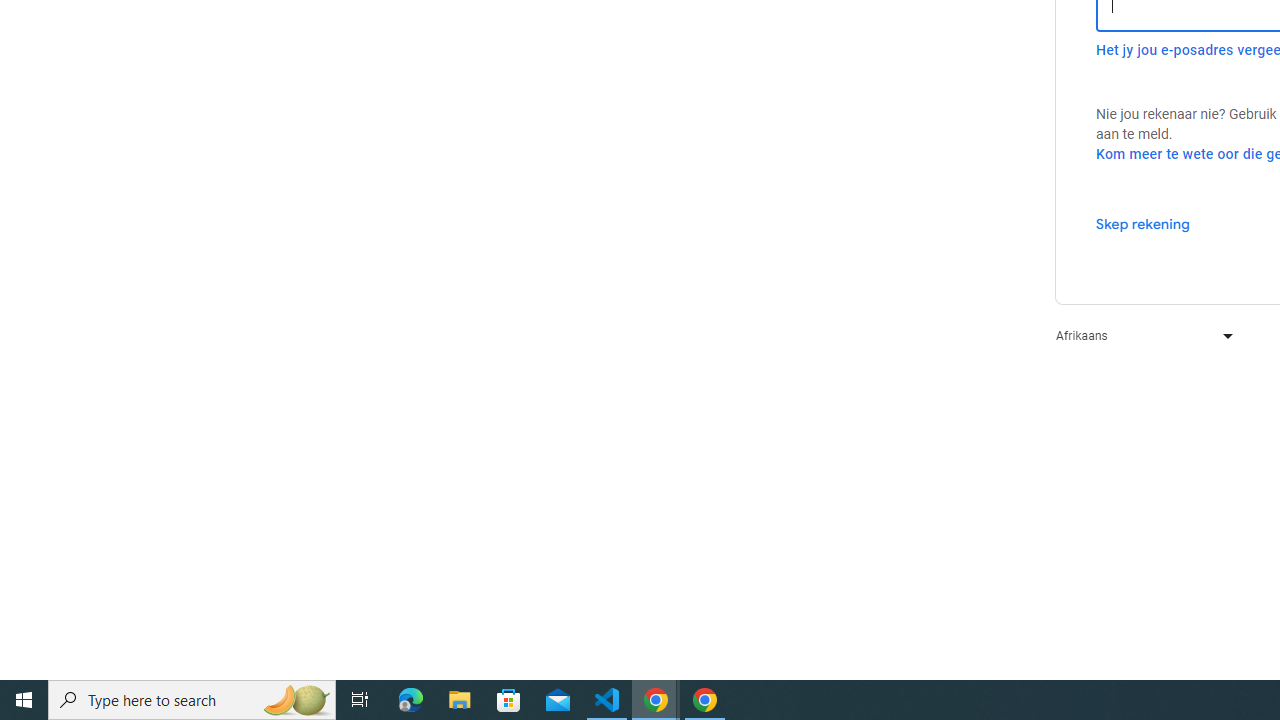 This screenshot has width=1280, height=720. I want to click on 'Skep rekening', so click(1142, 223).